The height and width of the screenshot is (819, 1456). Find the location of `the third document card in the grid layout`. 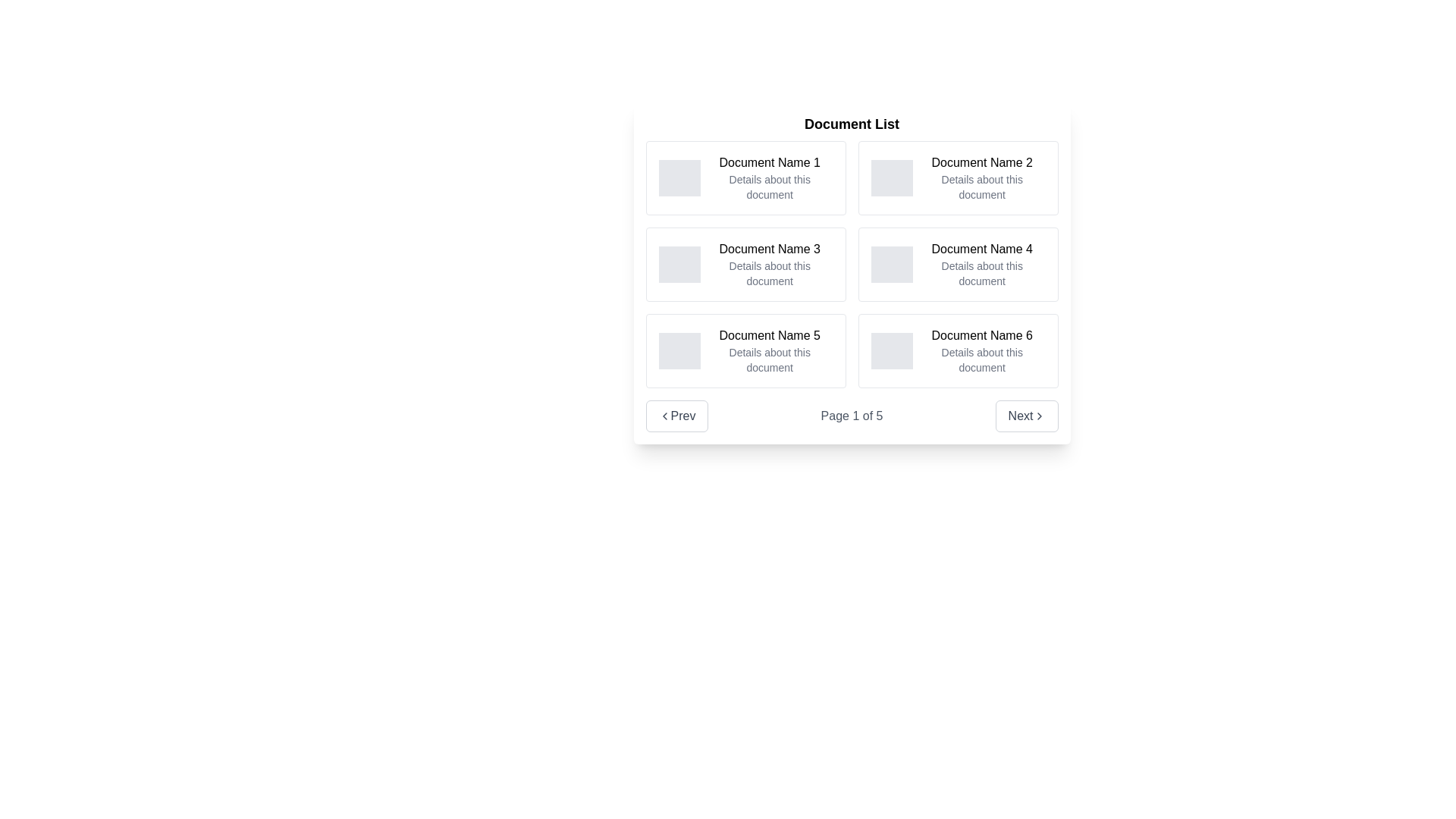

the third document card in the grid layout is located at coordinates (745, 263).